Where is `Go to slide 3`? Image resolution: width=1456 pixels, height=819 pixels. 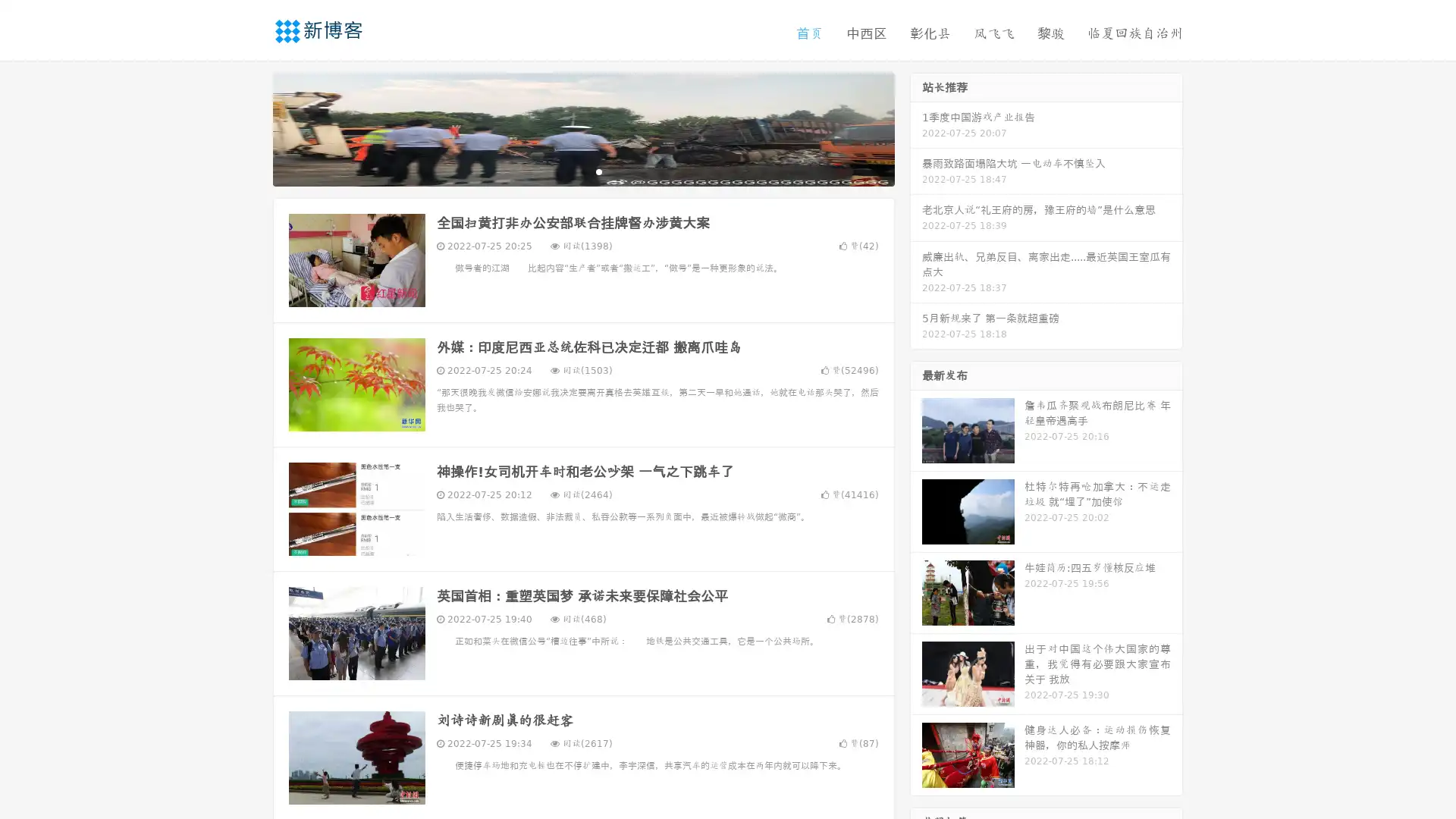
Go to slide 3 is located at coordinates (598, 171).